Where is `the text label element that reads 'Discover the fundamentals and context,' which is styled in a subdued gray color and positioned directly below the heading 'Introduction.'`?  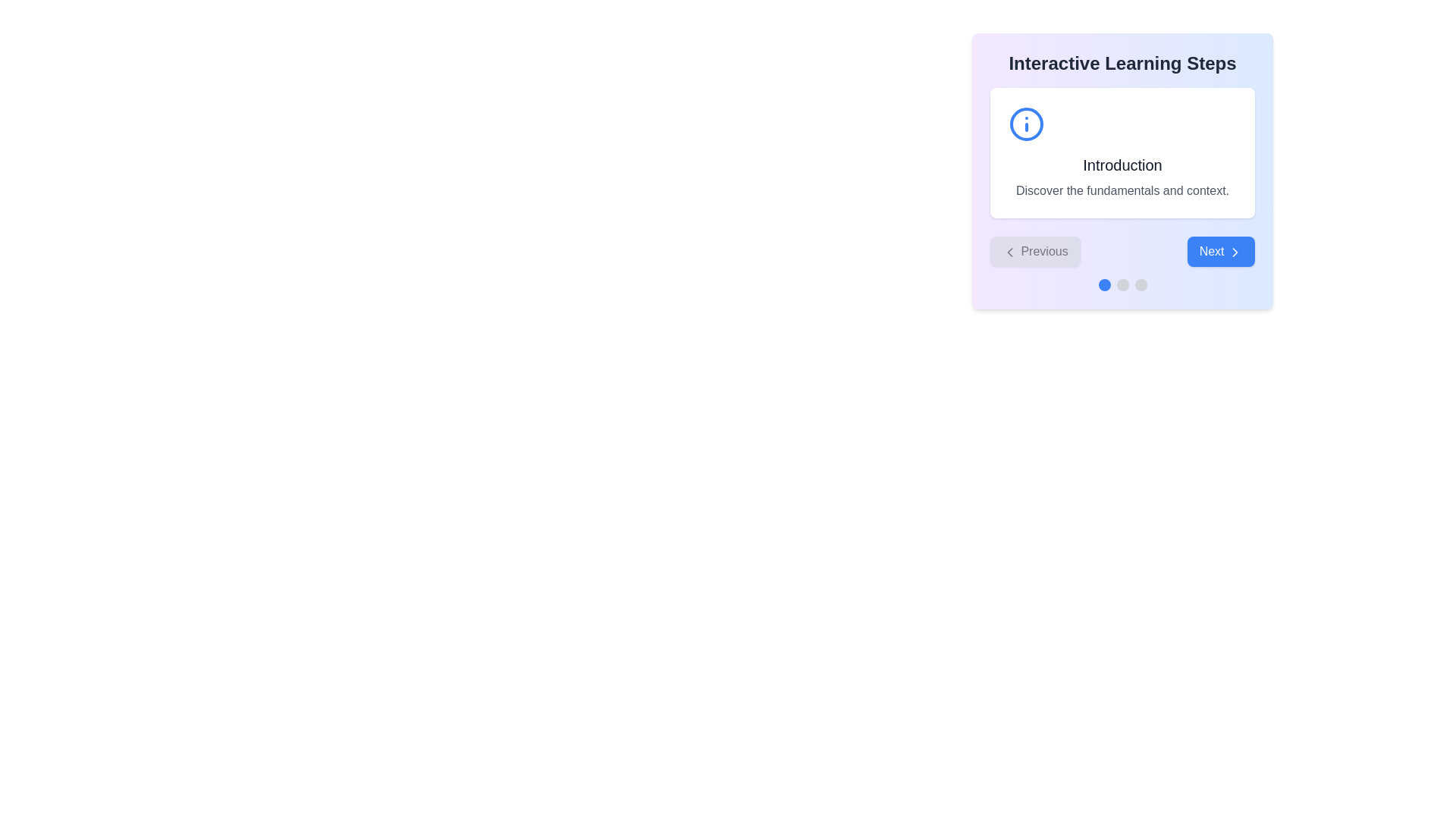 the text label element that reads 'Discover the fundamentals and context,' which is styled in a subdued gray color and positioned directly below the heading 'Introduction.' is located at coordinates (1122, 190).